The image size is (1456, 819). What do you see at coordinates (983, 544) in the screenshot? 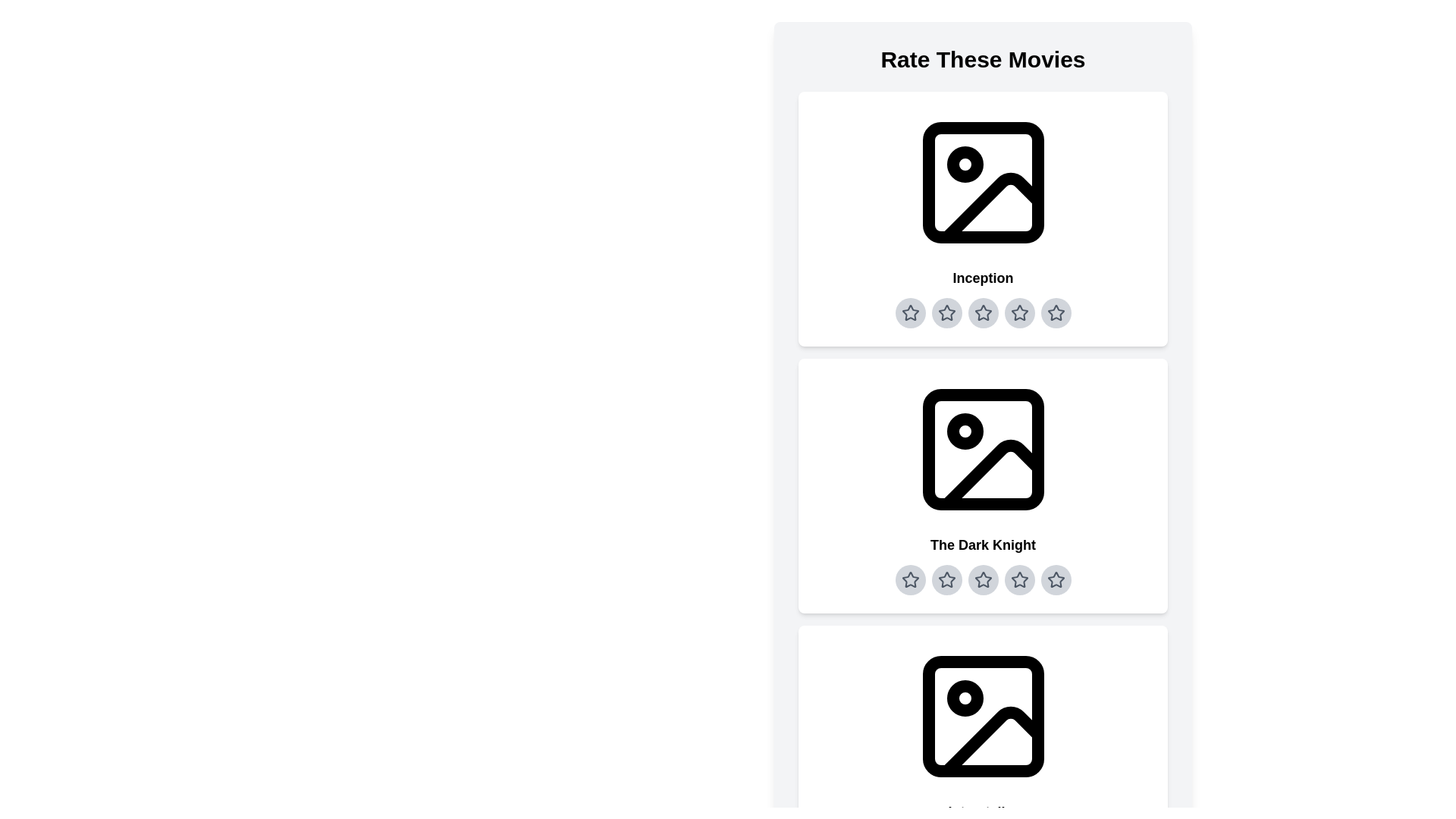
I see `the title of the movie The Dark Knight` at bounding box center [983, 544].